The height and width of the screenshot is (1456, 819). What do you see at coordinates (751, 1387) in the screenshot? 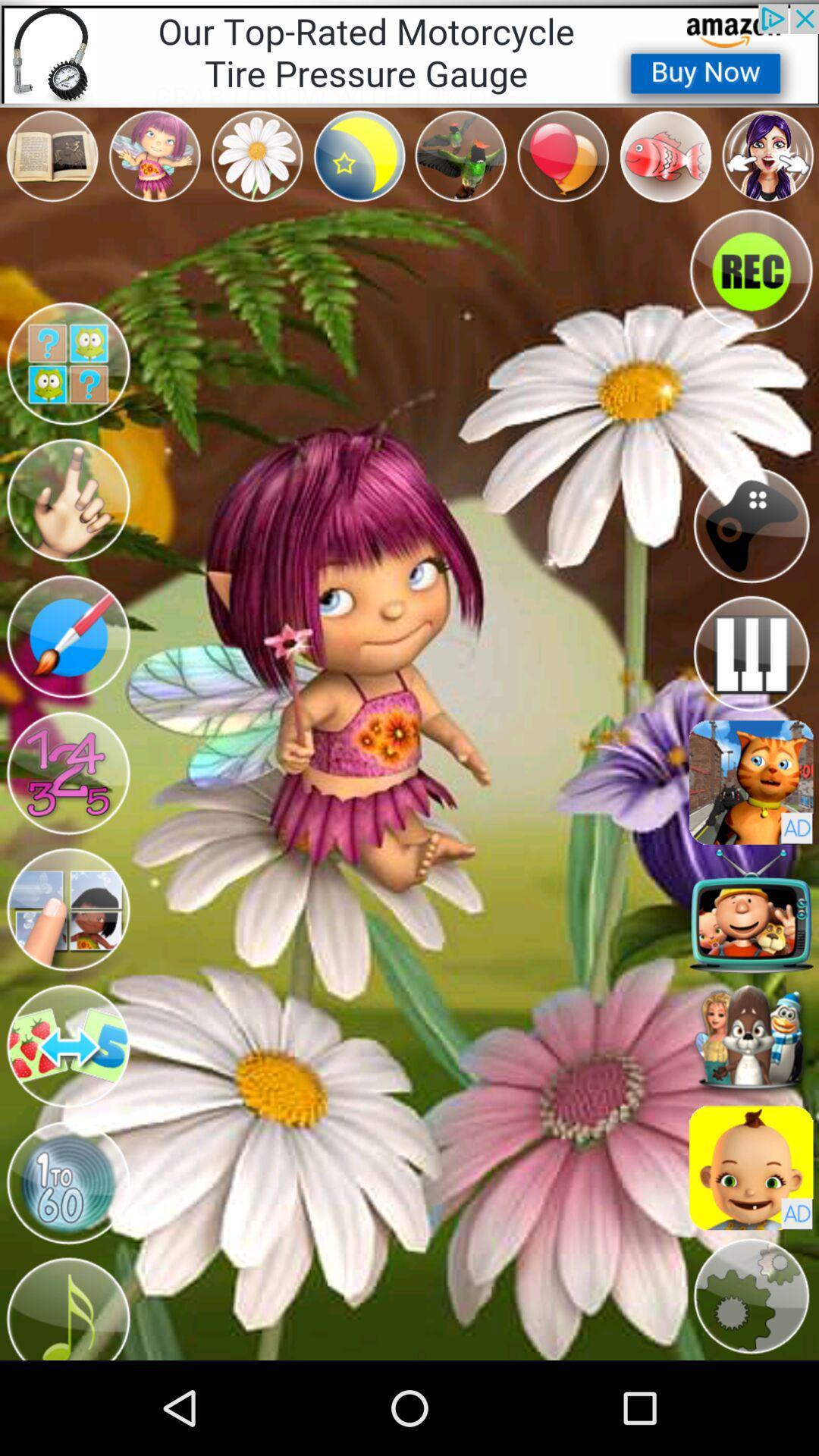
I see `the settings icon` at bounding box center [751, 1387].